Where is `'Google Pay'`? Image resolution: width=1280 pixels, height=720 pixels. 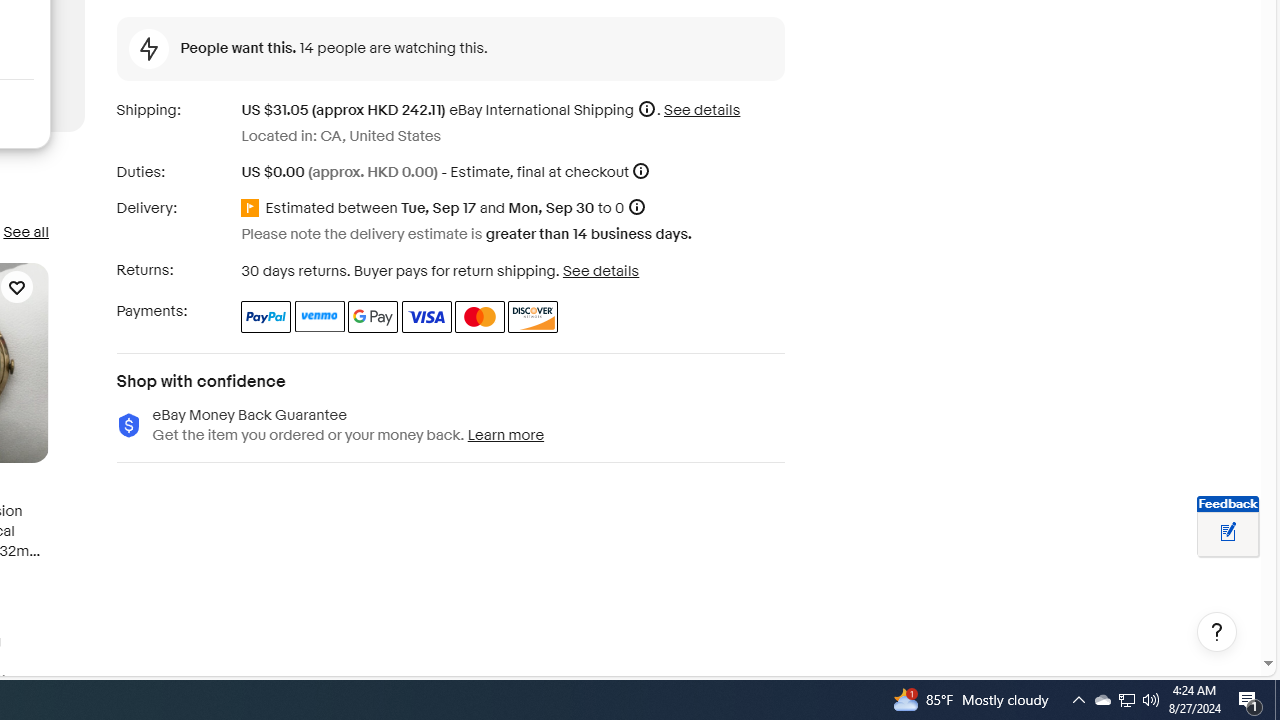 'Google Pay' is located at coordinates (373, 315).